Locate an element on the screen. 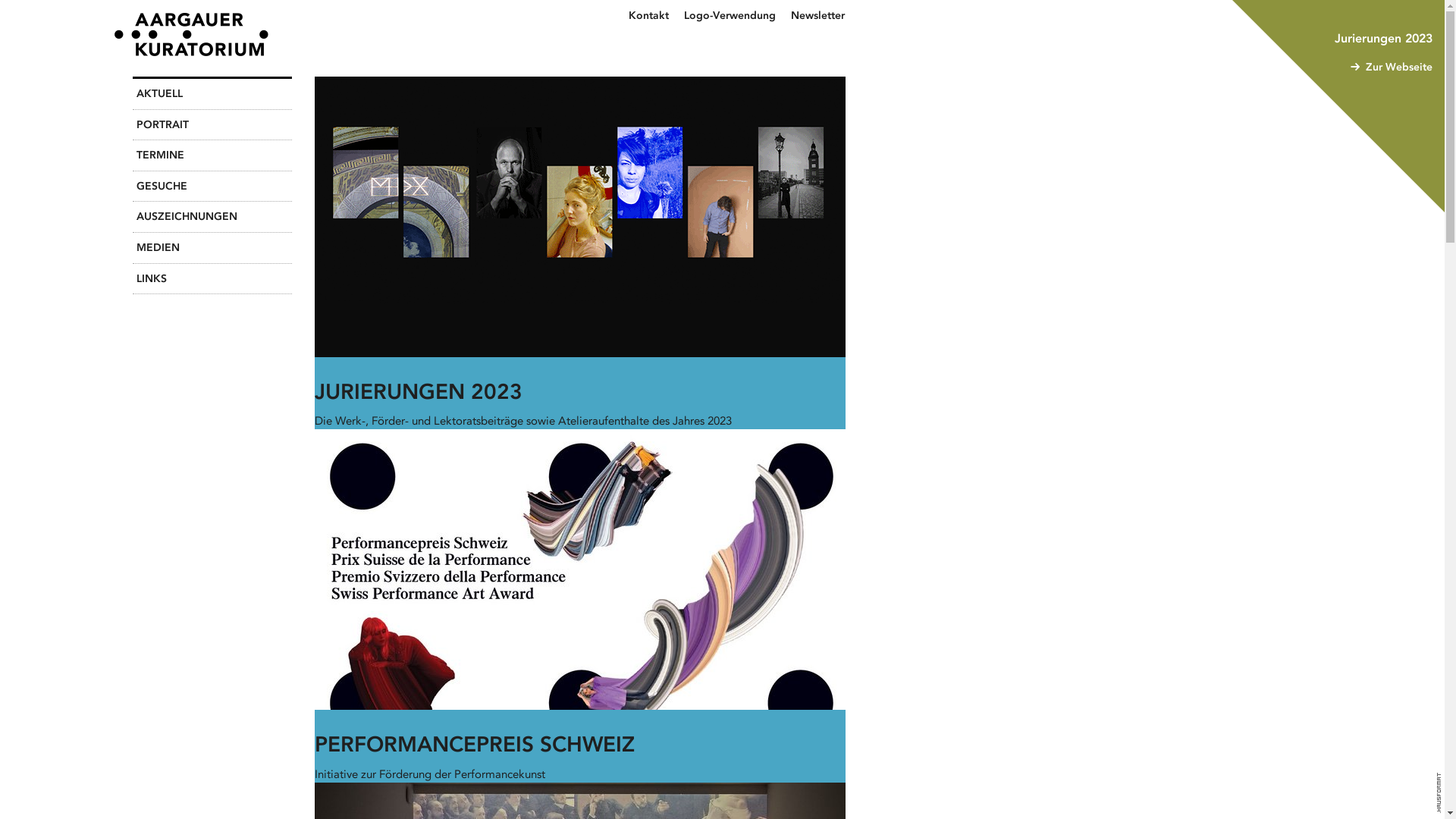 The height and width of the screenshot is (819, 1456). 'TERMINE' is located at coordinates (211, 155).